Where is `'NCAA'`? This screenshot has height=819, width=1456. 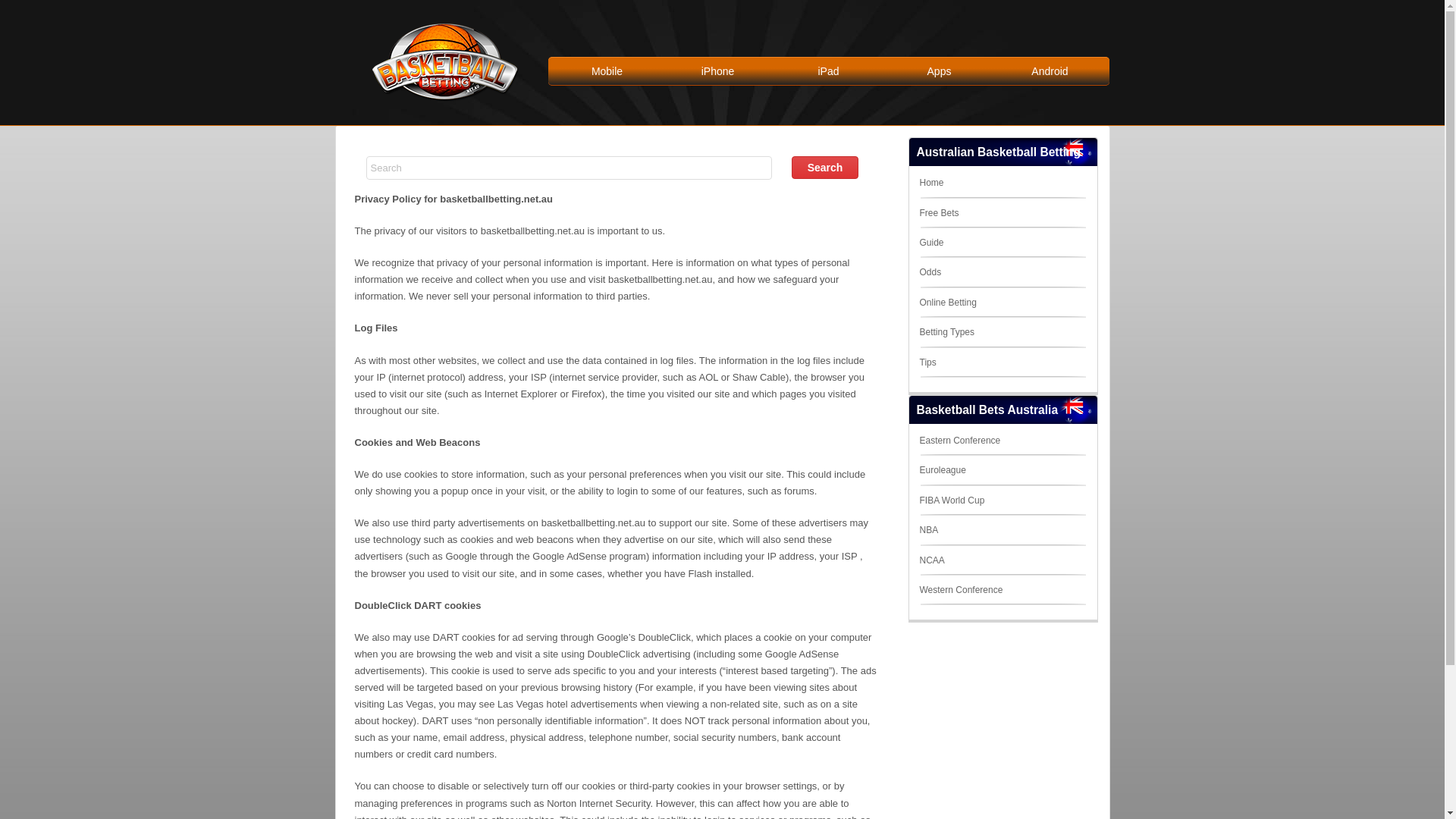 'NCAA' is located at coordinates (918, 560).